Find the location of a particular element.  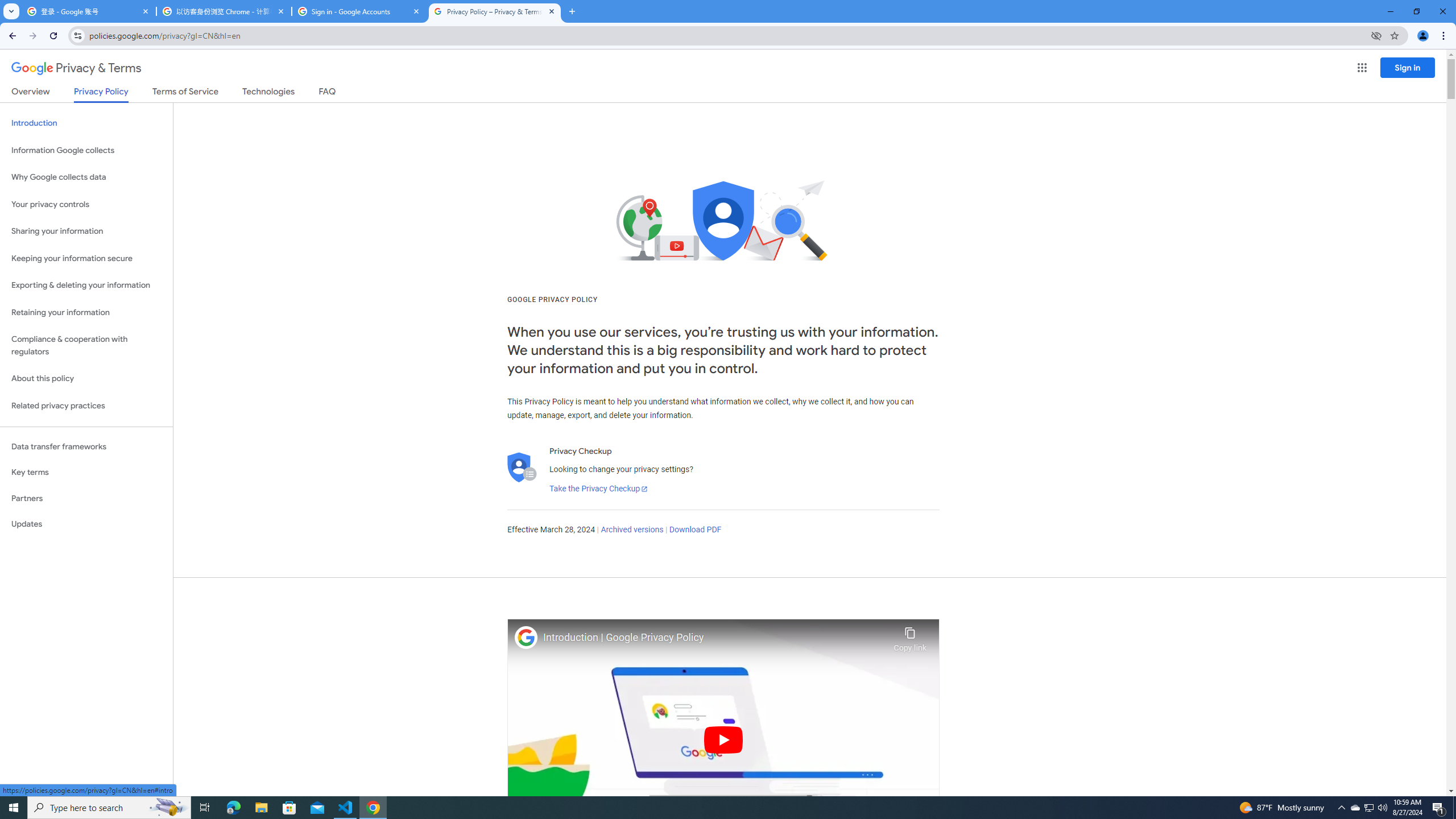

'Keeping your information secure' is located at coordinates (86, 259).